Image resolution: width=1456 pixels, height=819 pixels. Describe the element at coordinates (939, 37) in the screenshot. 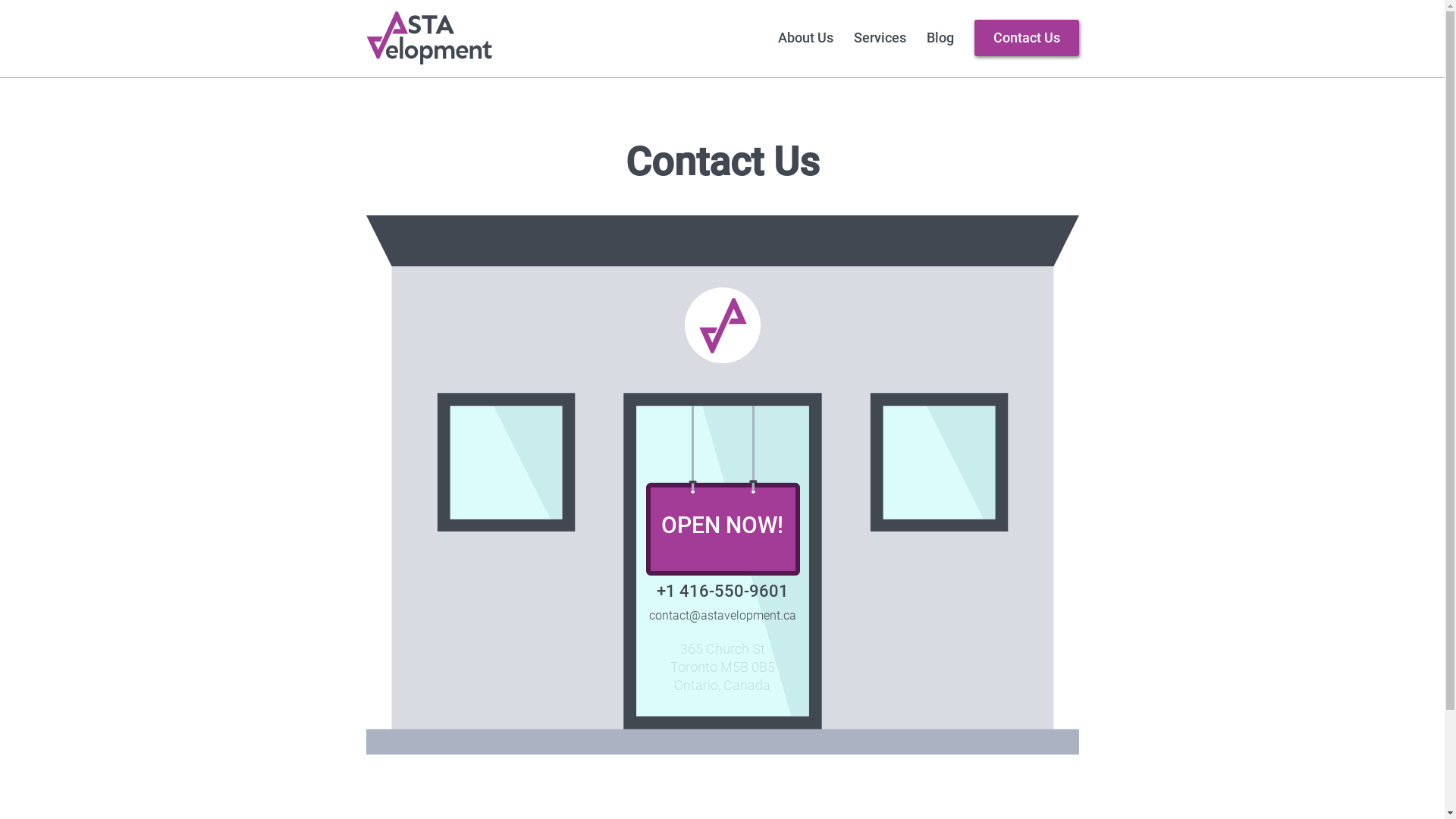

I see `'Blog'` at that location.